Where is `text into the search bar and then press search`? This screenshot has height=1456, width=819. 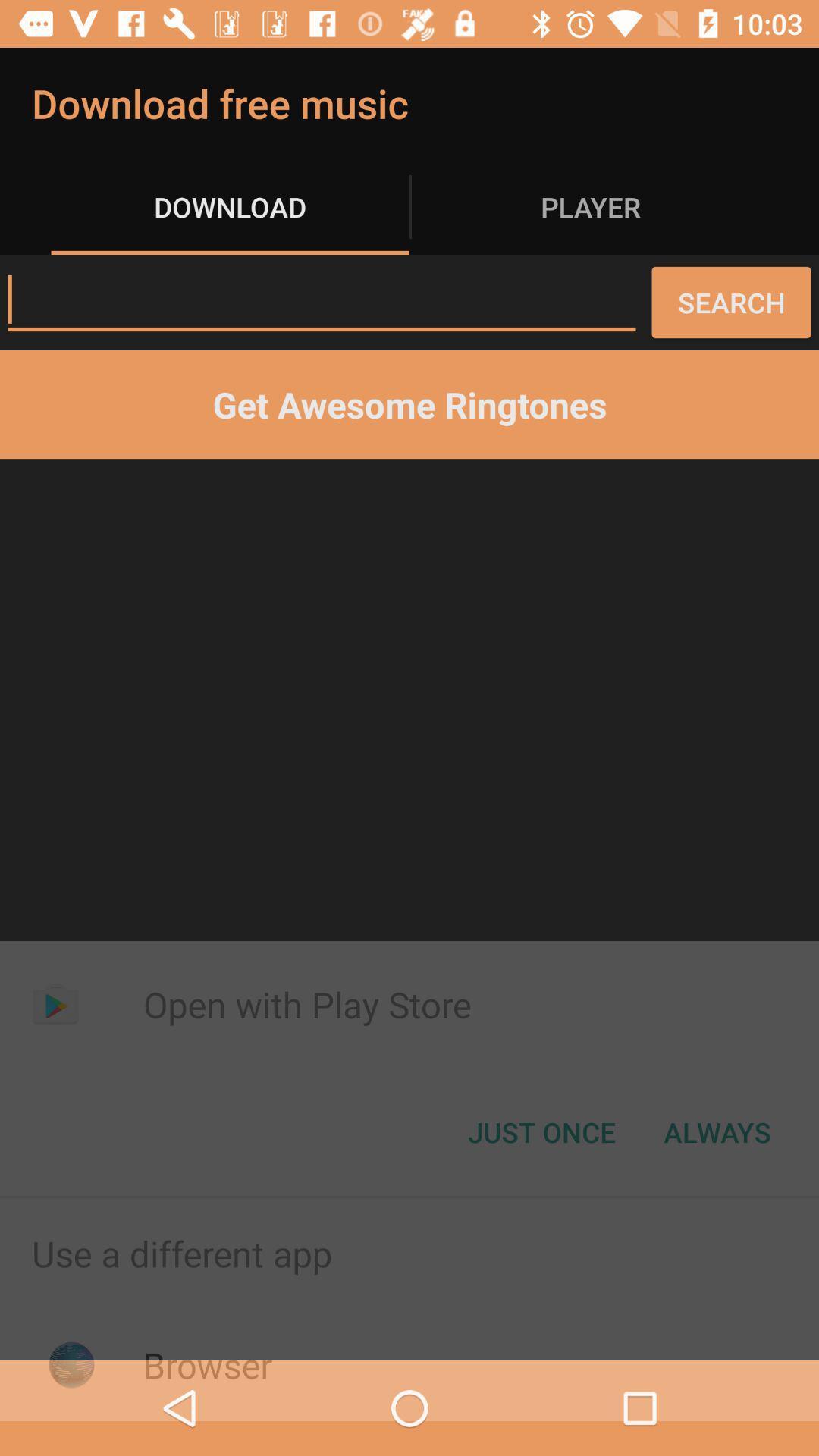 text into the search bar and then press search is located at coordinates (321, 300).